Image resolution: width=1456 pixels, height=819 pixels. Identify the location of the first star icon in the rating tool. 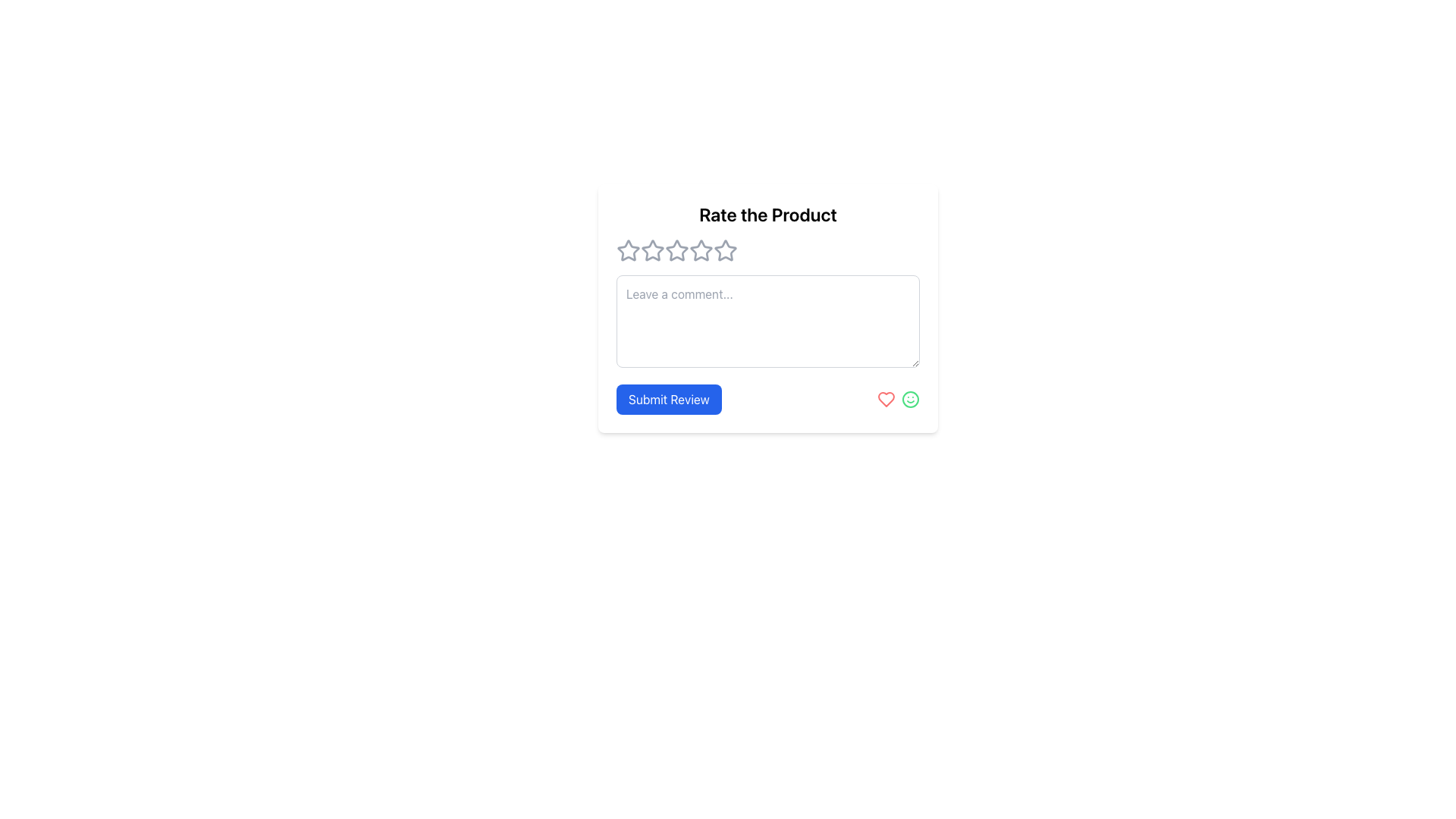
(629, 250).